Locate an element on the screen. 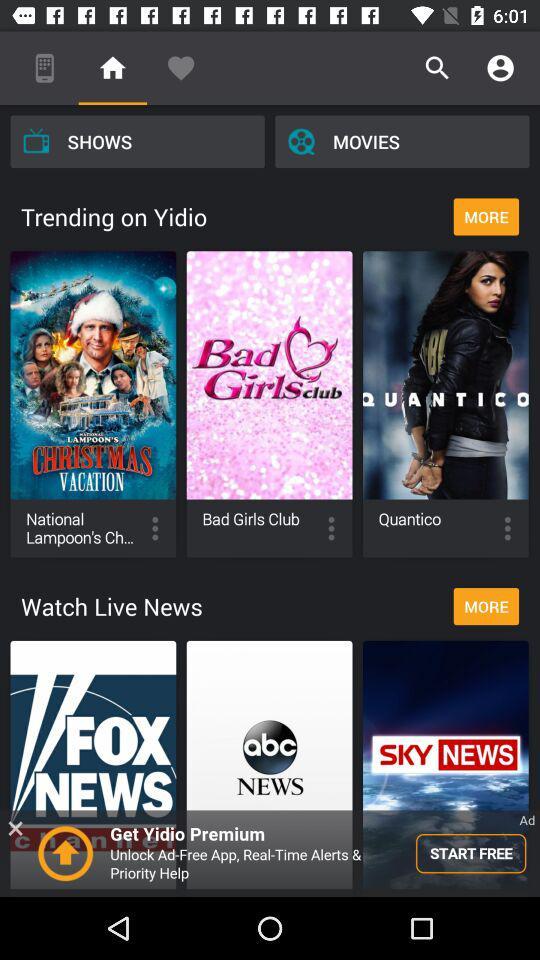 This screenshot has height=960, width=540. icon above the shows is located at coordinates (181, 68).